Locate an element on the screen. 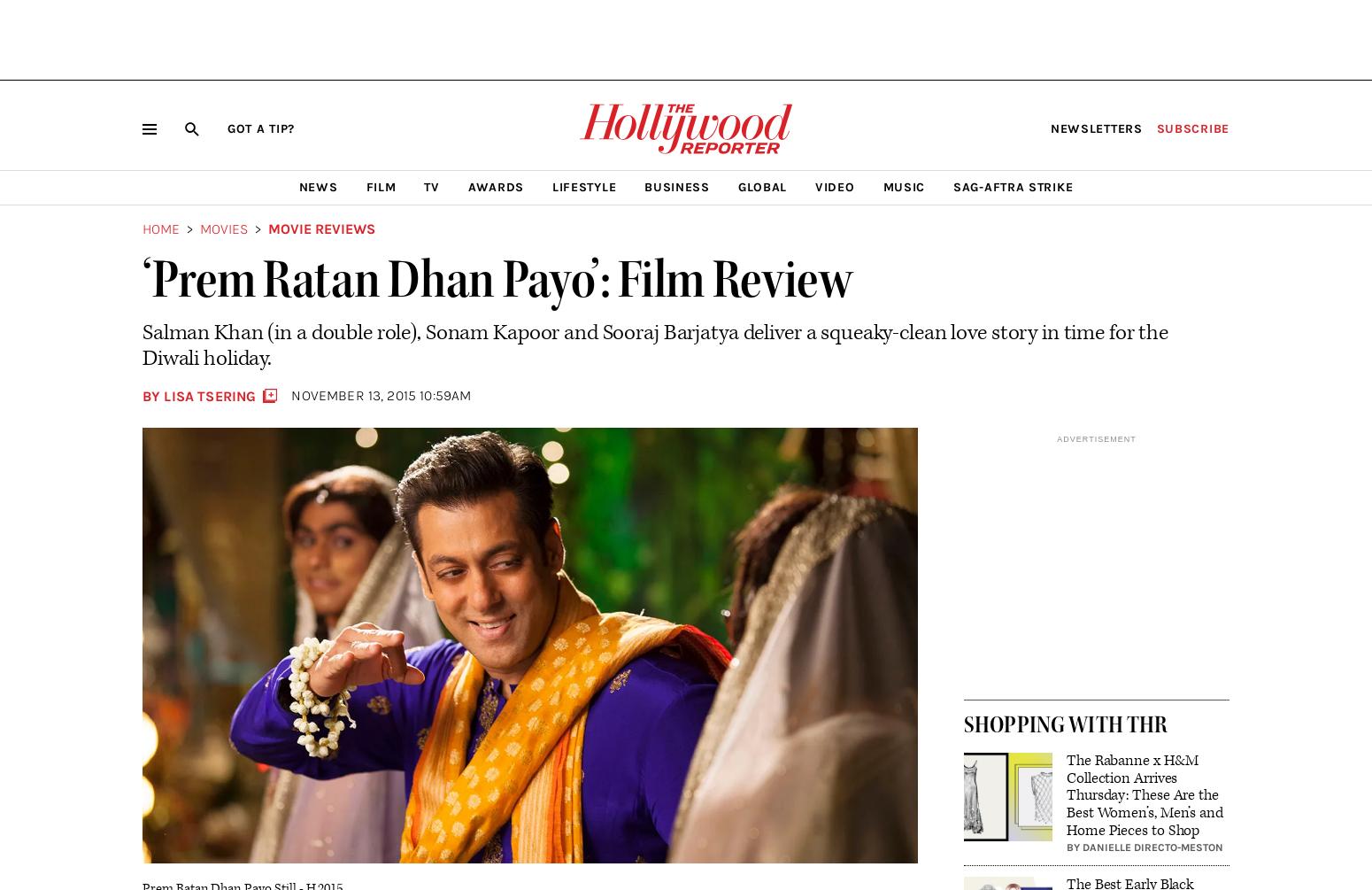 The width and height of the screenshot is (1372, 890). '‘Tainted’ (‘Kalank’): Film Review' is located at coordinates (268, 488).